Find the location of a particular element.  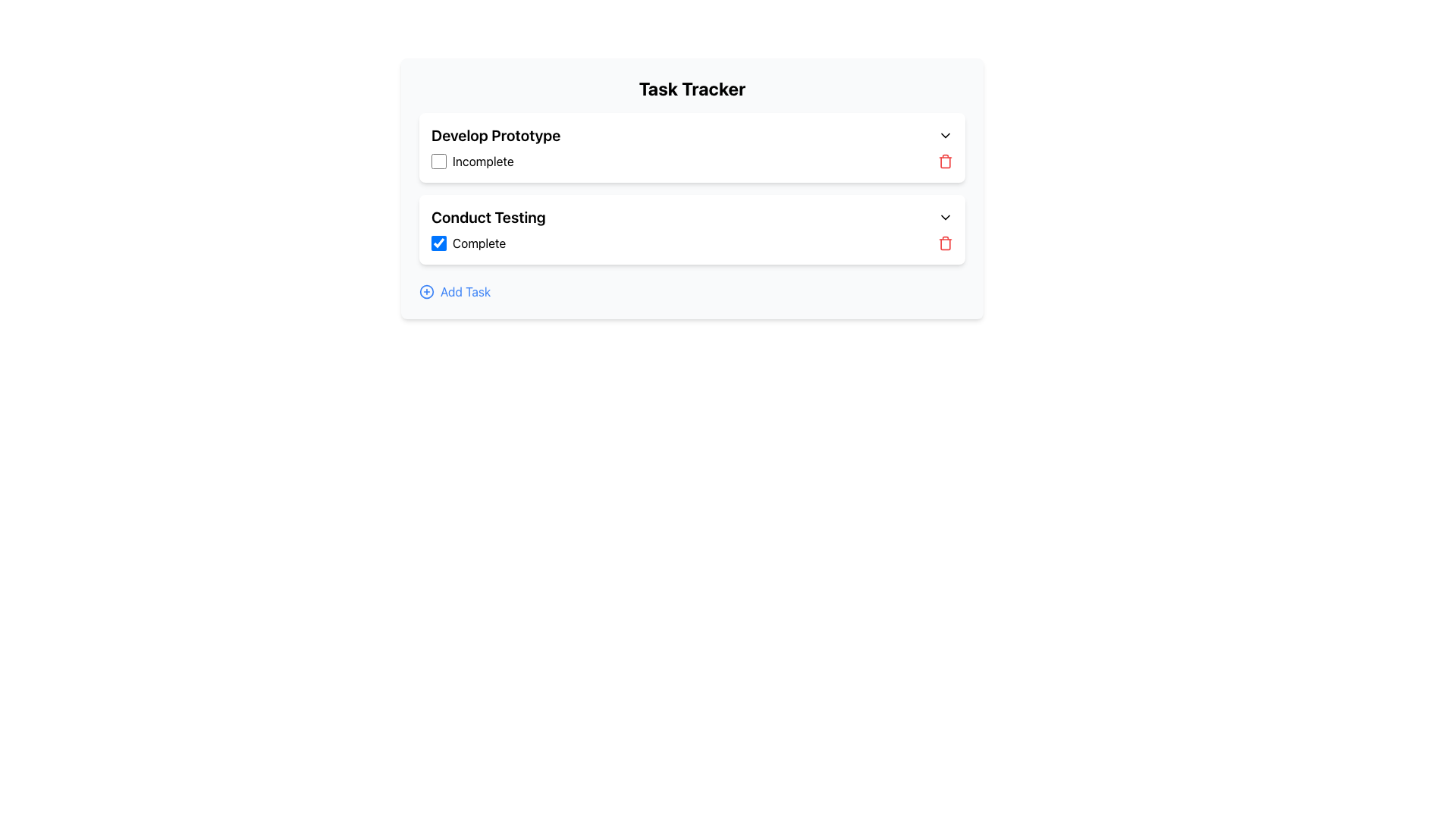

the checkbox located on the right side of the second task row labeled 'Conduct Testing' is located at coordinates (468, 242).